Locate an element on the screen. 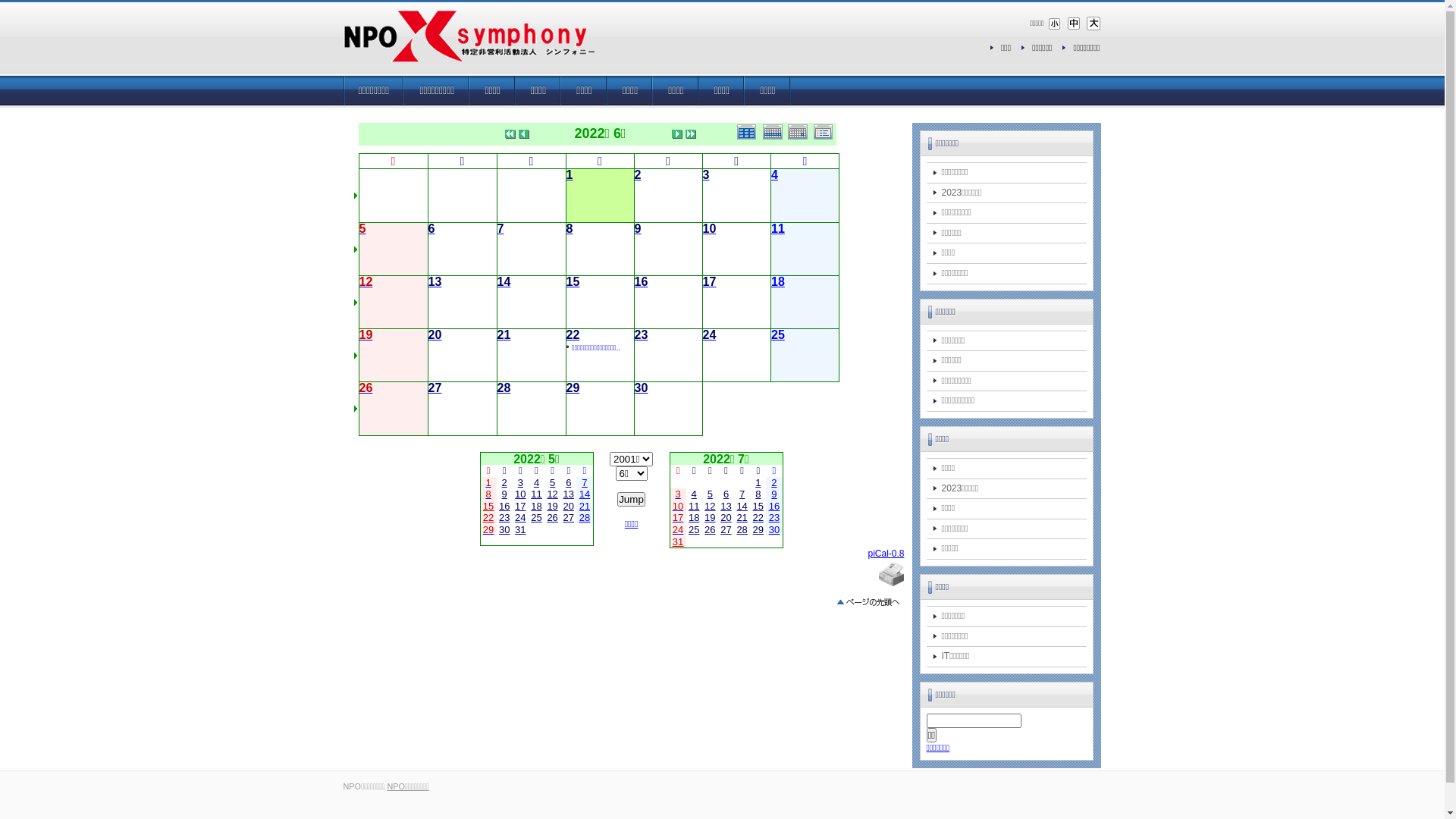 Image resolution: width=1456 pixels, height=819 pixels. '18' is located at coordinates (771, 283).